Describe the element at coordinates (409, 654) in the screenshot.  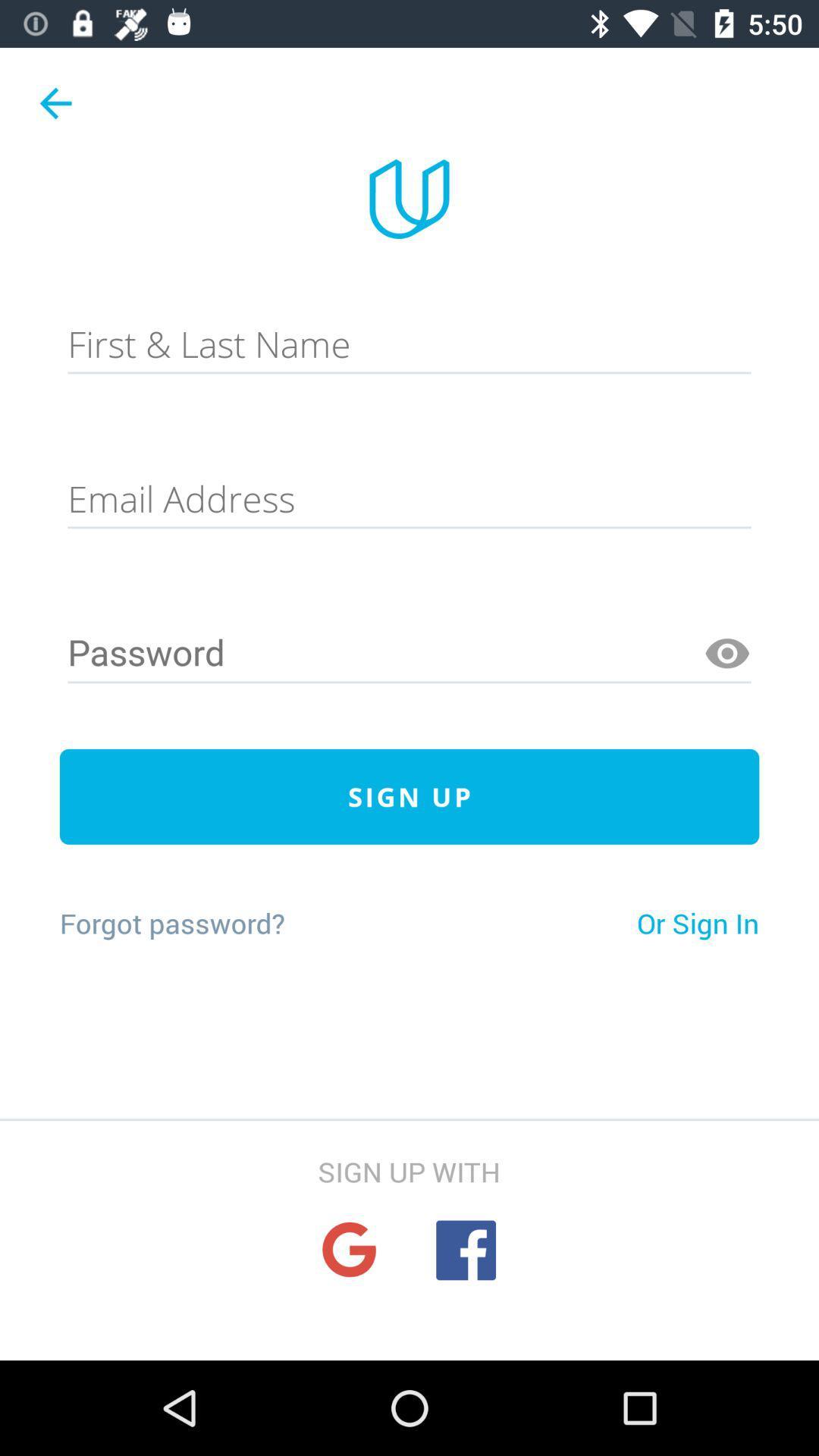
I see `item above sign up icon` at that location.